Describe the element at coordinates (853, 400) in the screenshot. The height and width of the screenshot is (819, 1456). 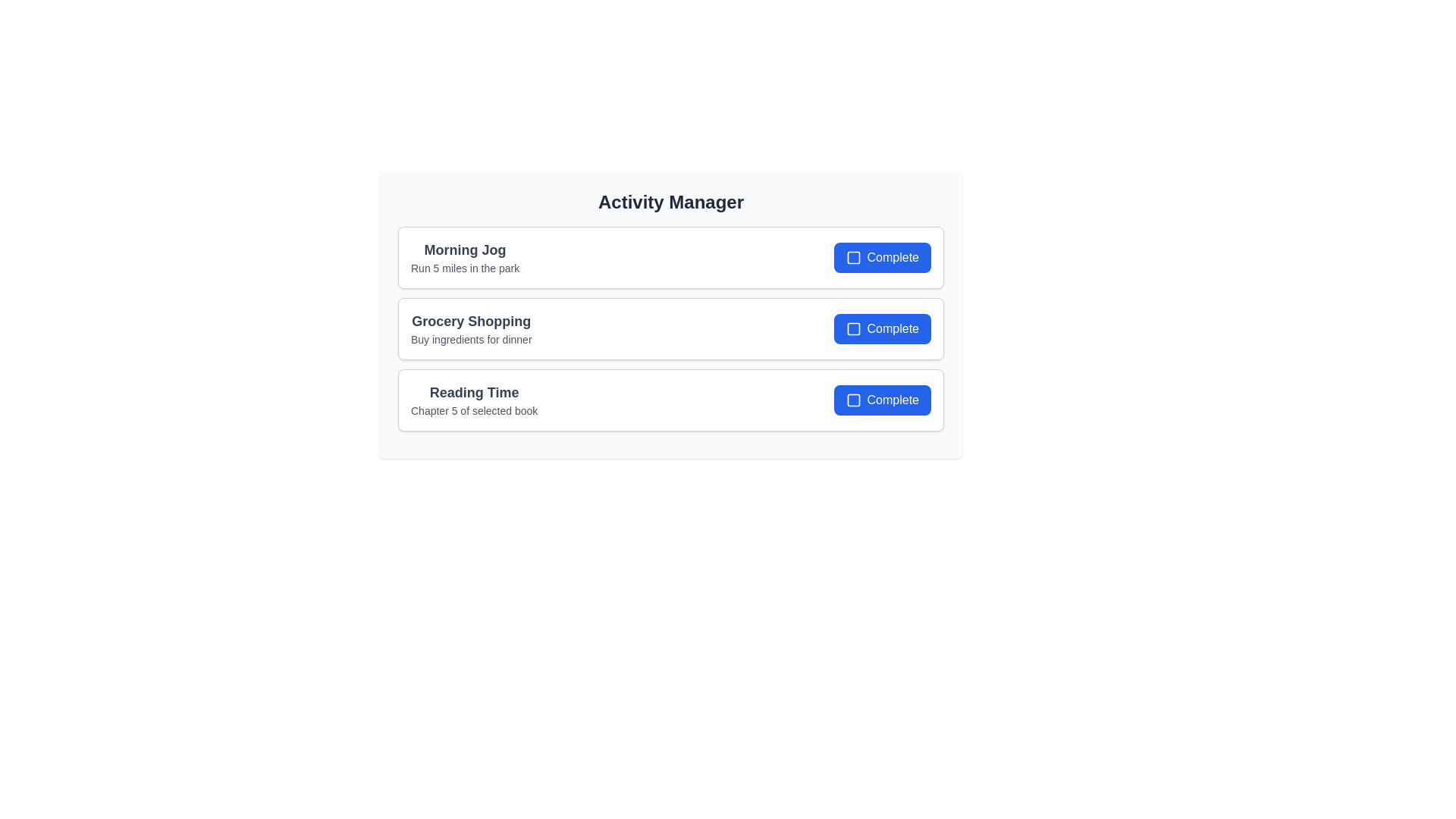
I see `the small square icon with rounded corners located inside the blue 'Complete' button for the 'Reading Time' activity labeled 'Chapter 5 of selected book'` at that location.